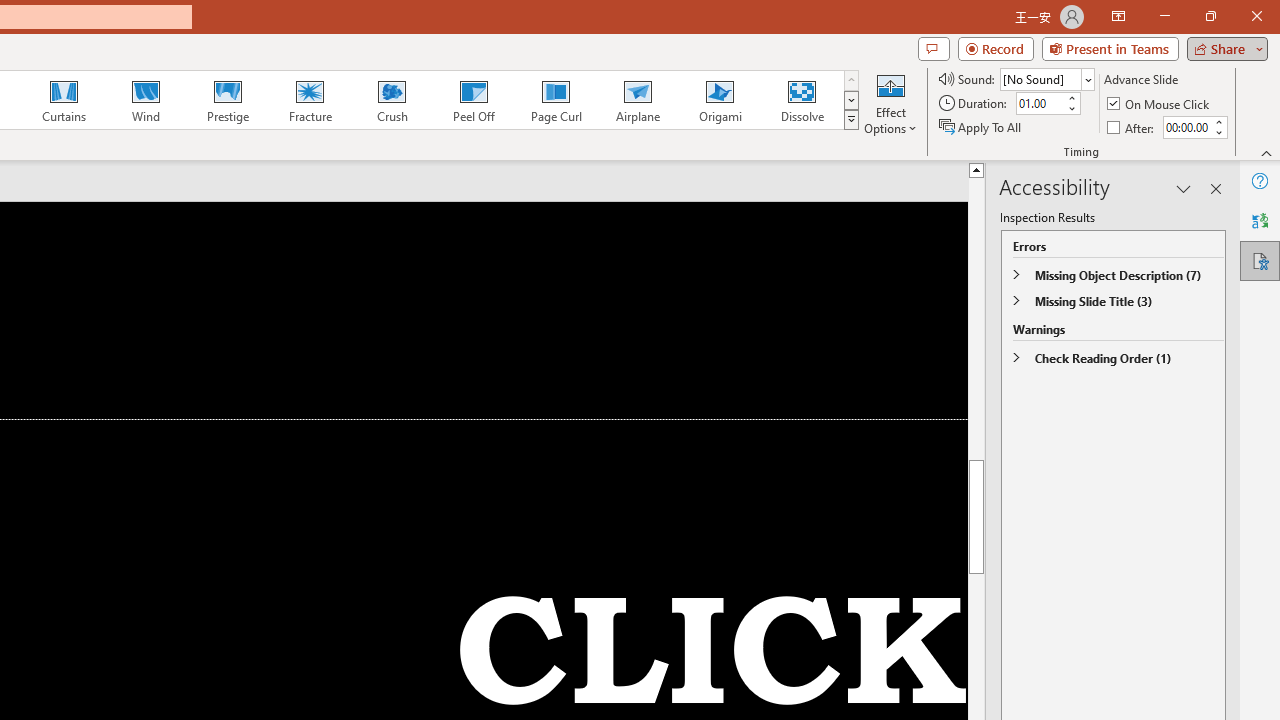 The image size is (1280, 720). I want to click on 'Effect Options', so click(889, 103).